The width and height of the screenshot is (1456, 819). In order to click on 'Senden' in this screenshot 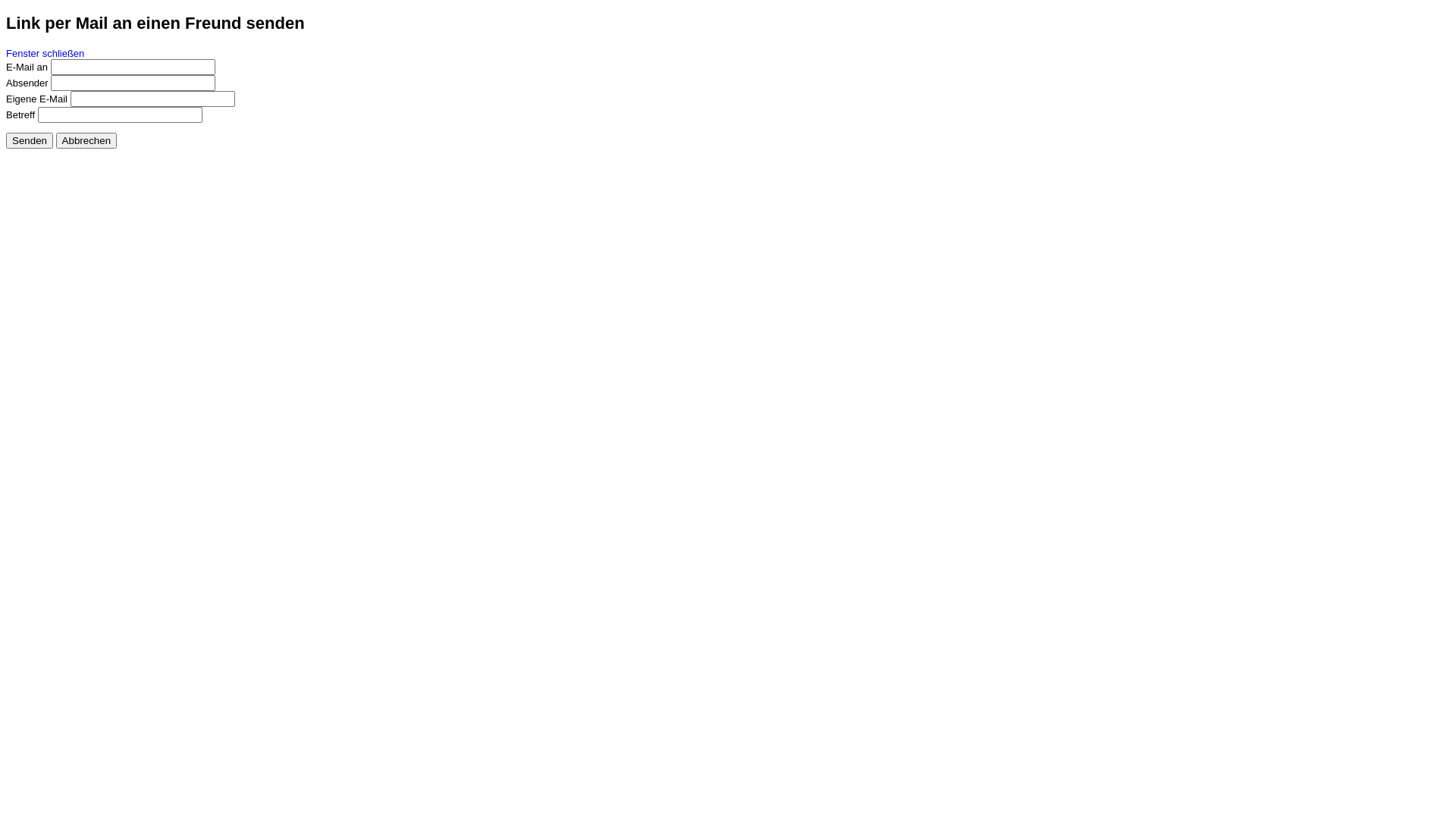, I will do `click(29, 140)`.